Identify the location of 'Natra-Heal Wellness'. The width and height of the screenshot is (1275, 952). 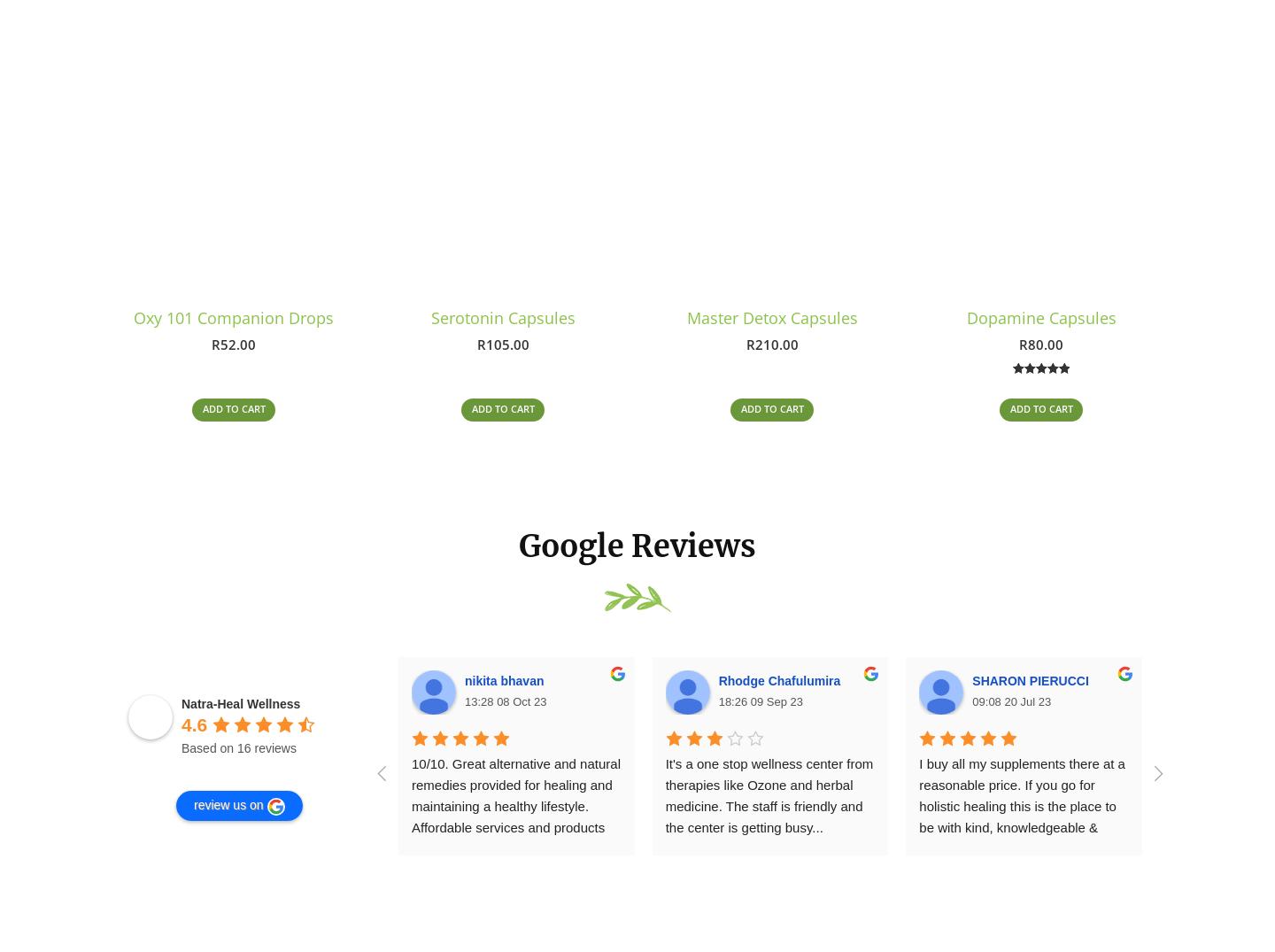
(240, 710).